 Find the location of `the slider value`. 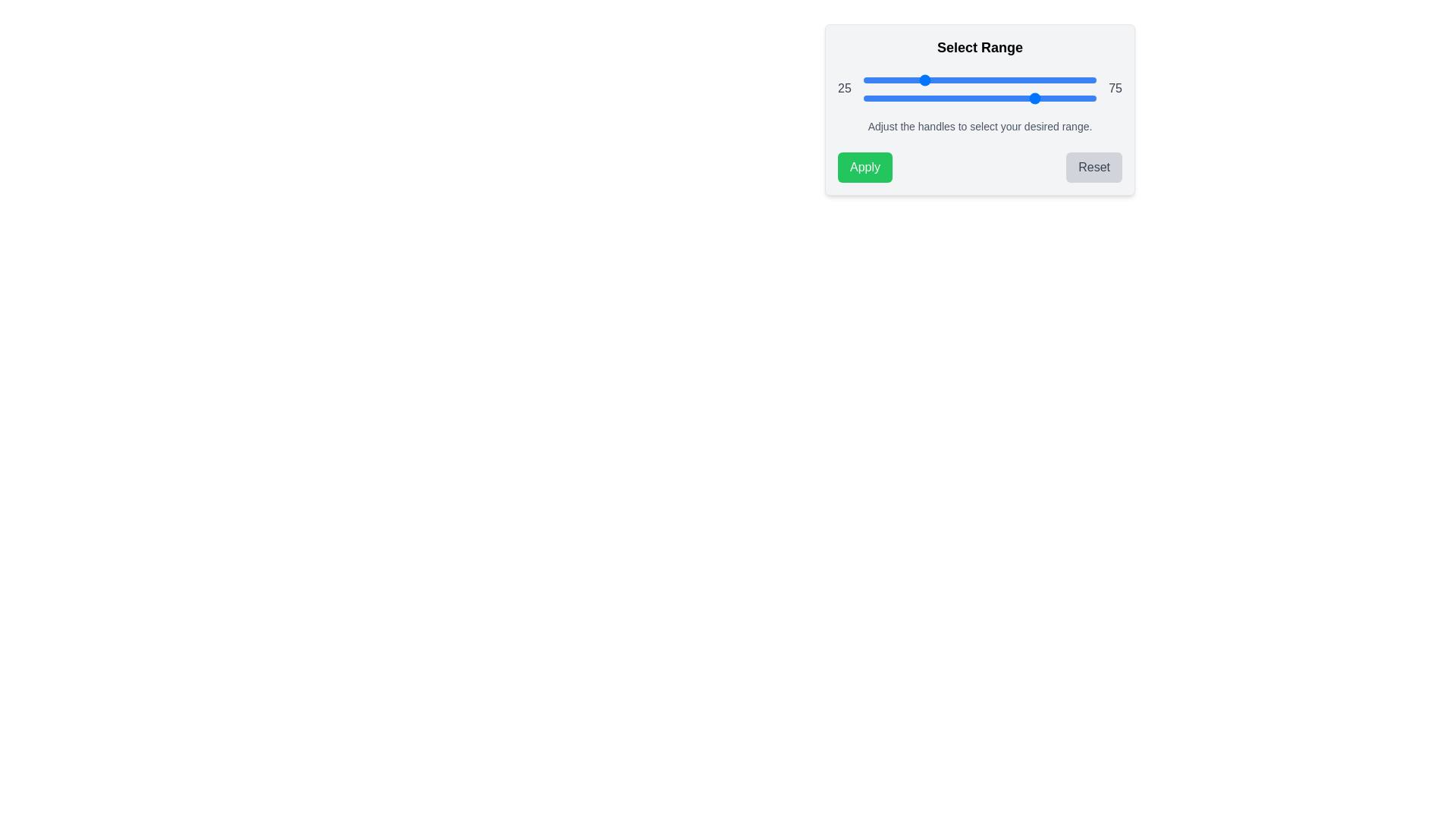

the slider value is located at coordinates (1008, 99).